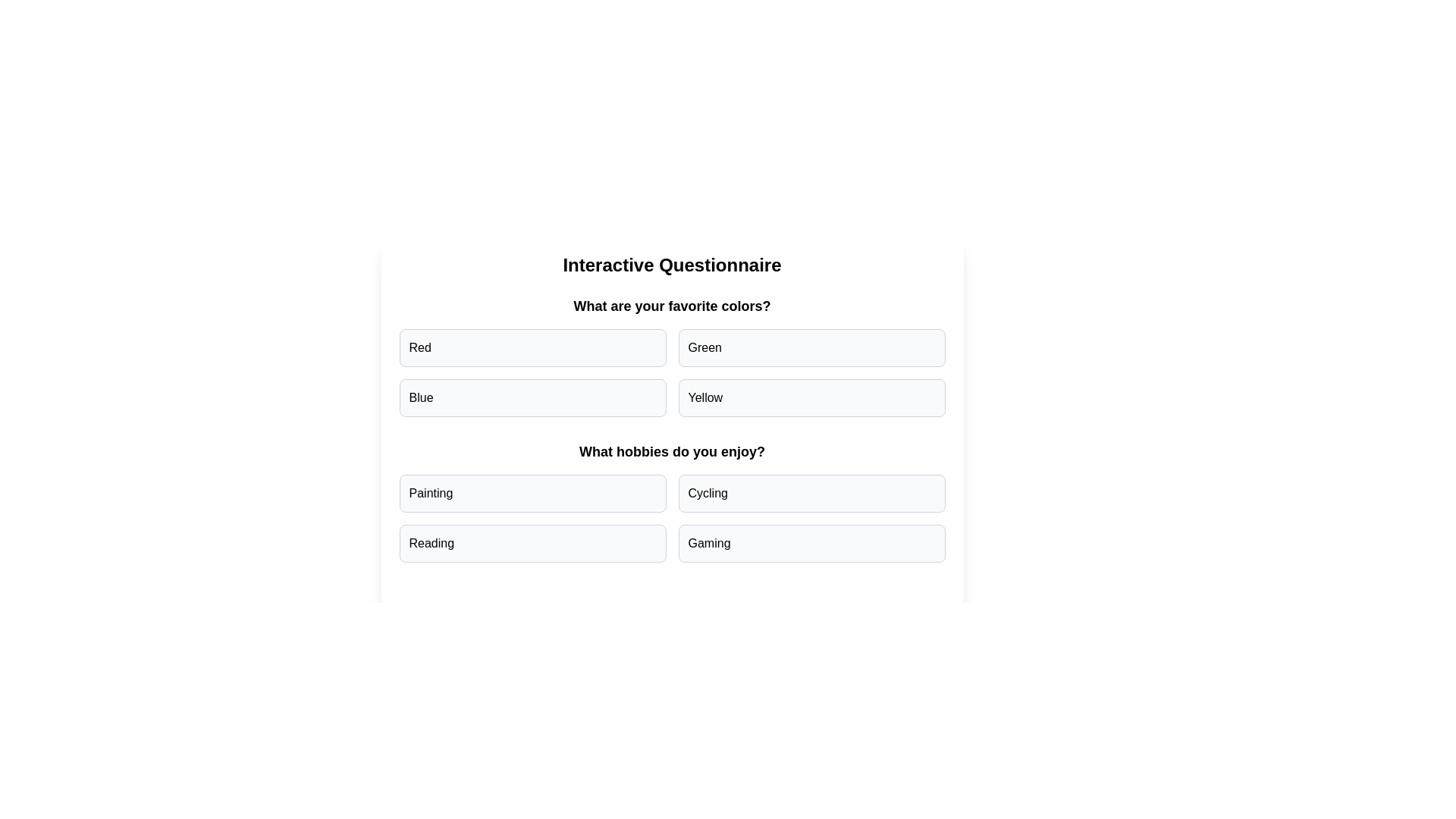 The width and height of the screenshot is (1456, 819). I want to click on the answer option Red for the question What are your favorite colors?, so click(532, 348).